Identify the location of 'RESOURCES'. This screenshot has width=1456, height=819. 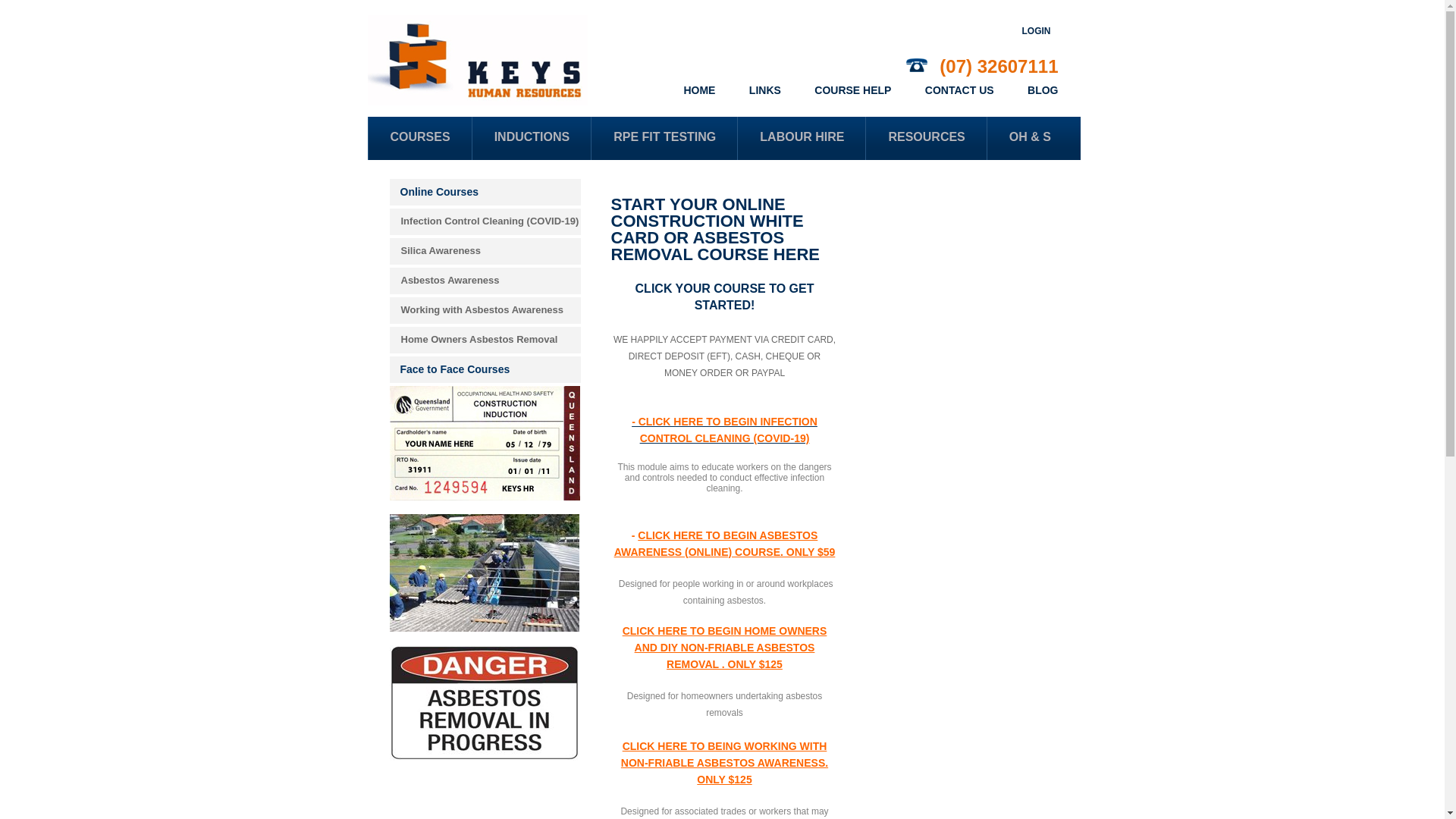
(924, 138).